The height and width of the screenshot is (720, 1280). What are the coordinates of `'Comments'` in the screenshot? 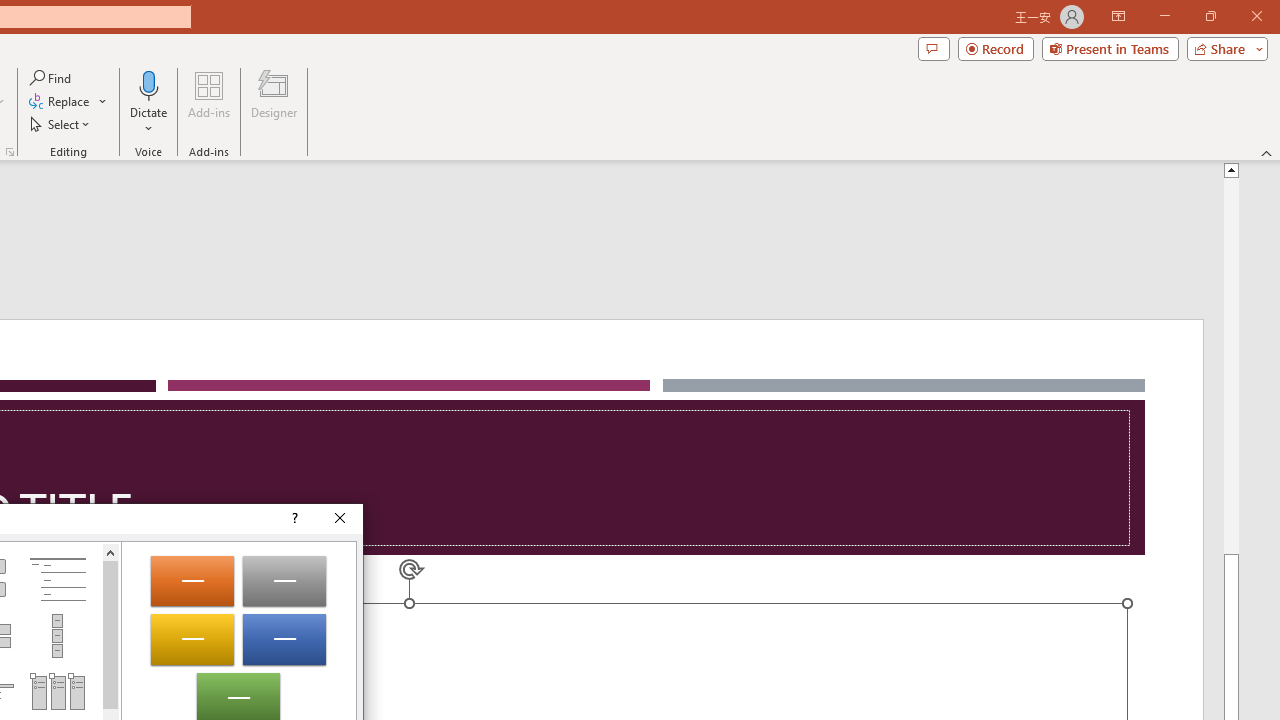 It's located at (932, 47).